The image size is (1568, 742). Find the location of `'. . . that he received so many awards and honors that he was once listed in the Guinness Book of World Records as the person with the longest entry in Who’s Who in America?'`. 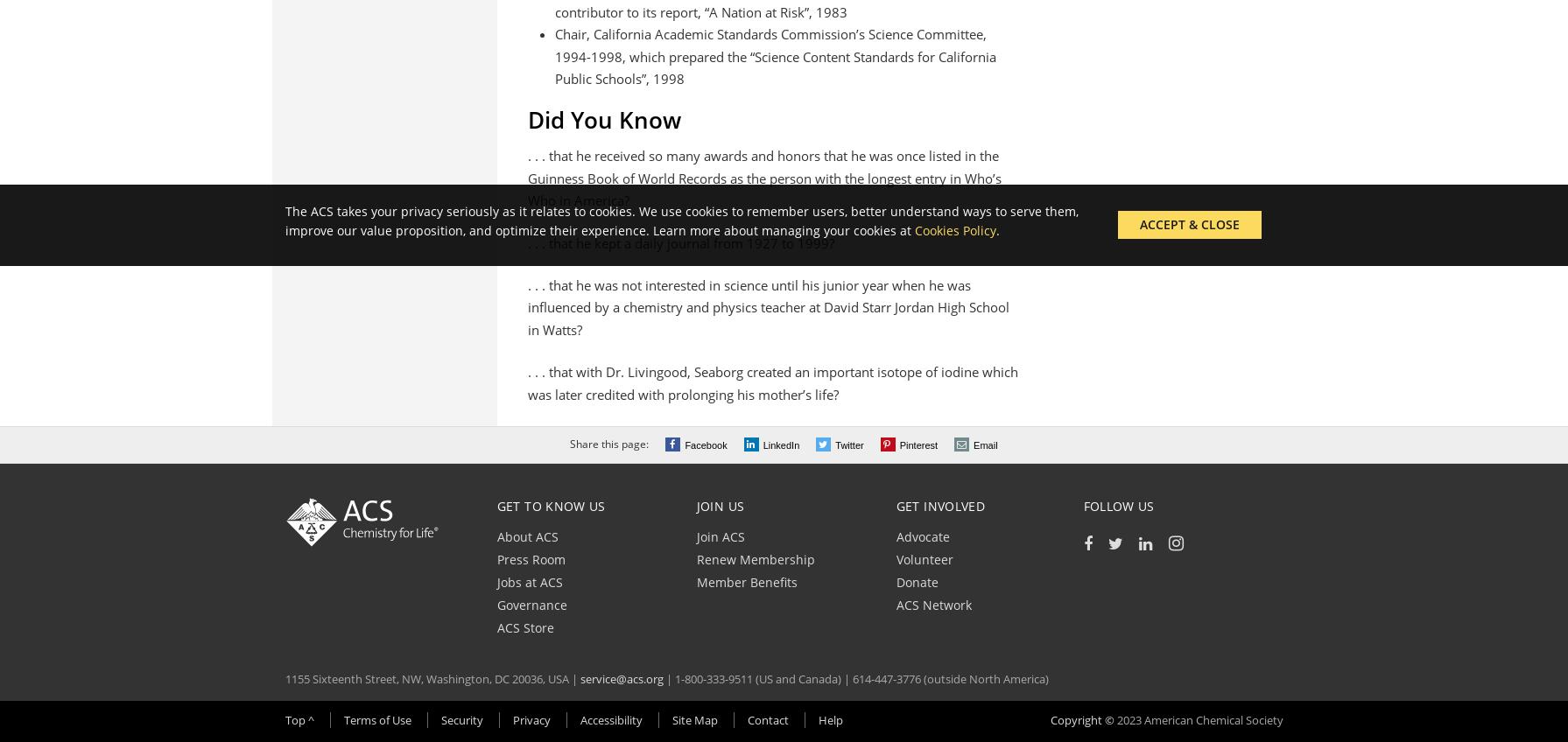

'. . . that he received so many awards and honors that he was once listed in the Guinness Book of World Records as the person with the longest entry in Who’s Who in America?' is located at coordinates (764, 178).